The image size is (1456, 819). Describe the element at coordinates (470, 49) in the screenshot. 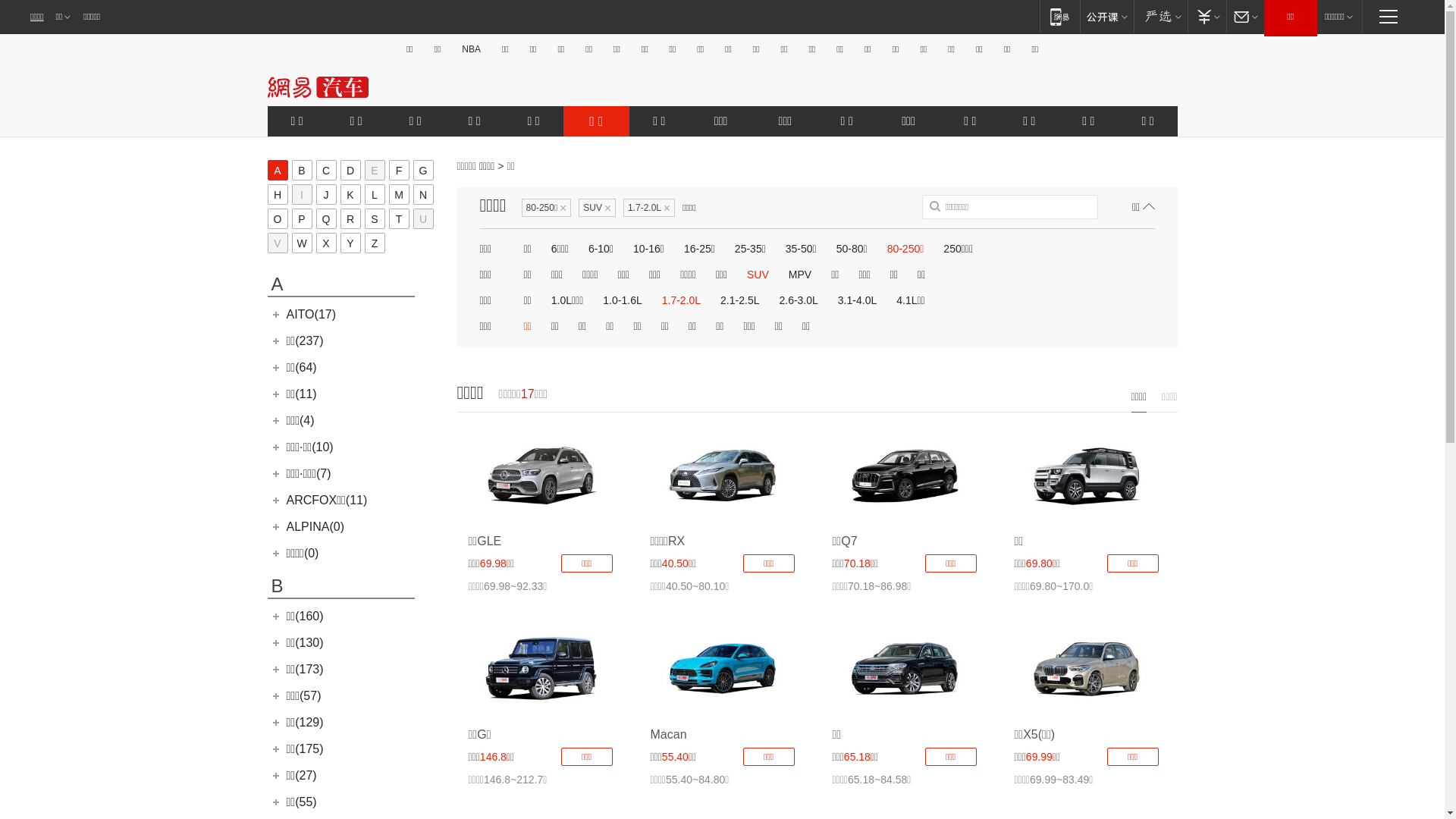

I see `'NBA'` at that location.